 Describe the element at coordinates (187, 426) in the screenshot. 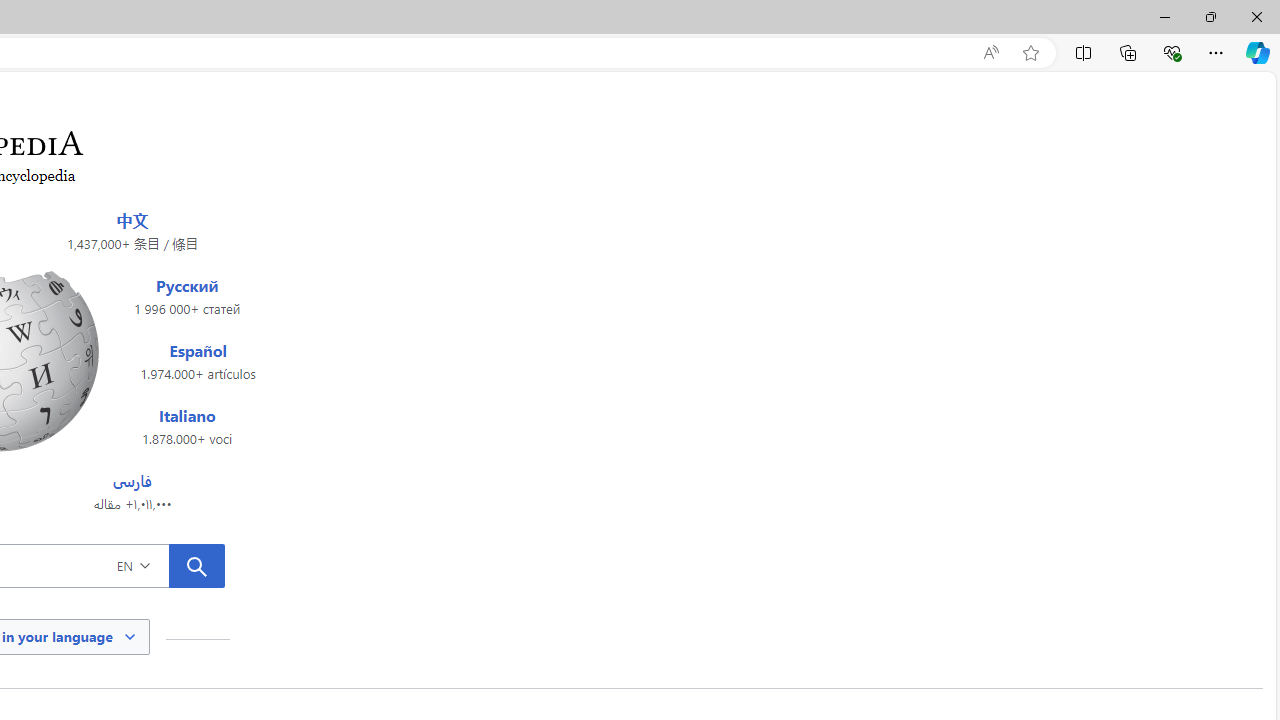

I see `'Italiano 1.878.000+ voci'` at that location.